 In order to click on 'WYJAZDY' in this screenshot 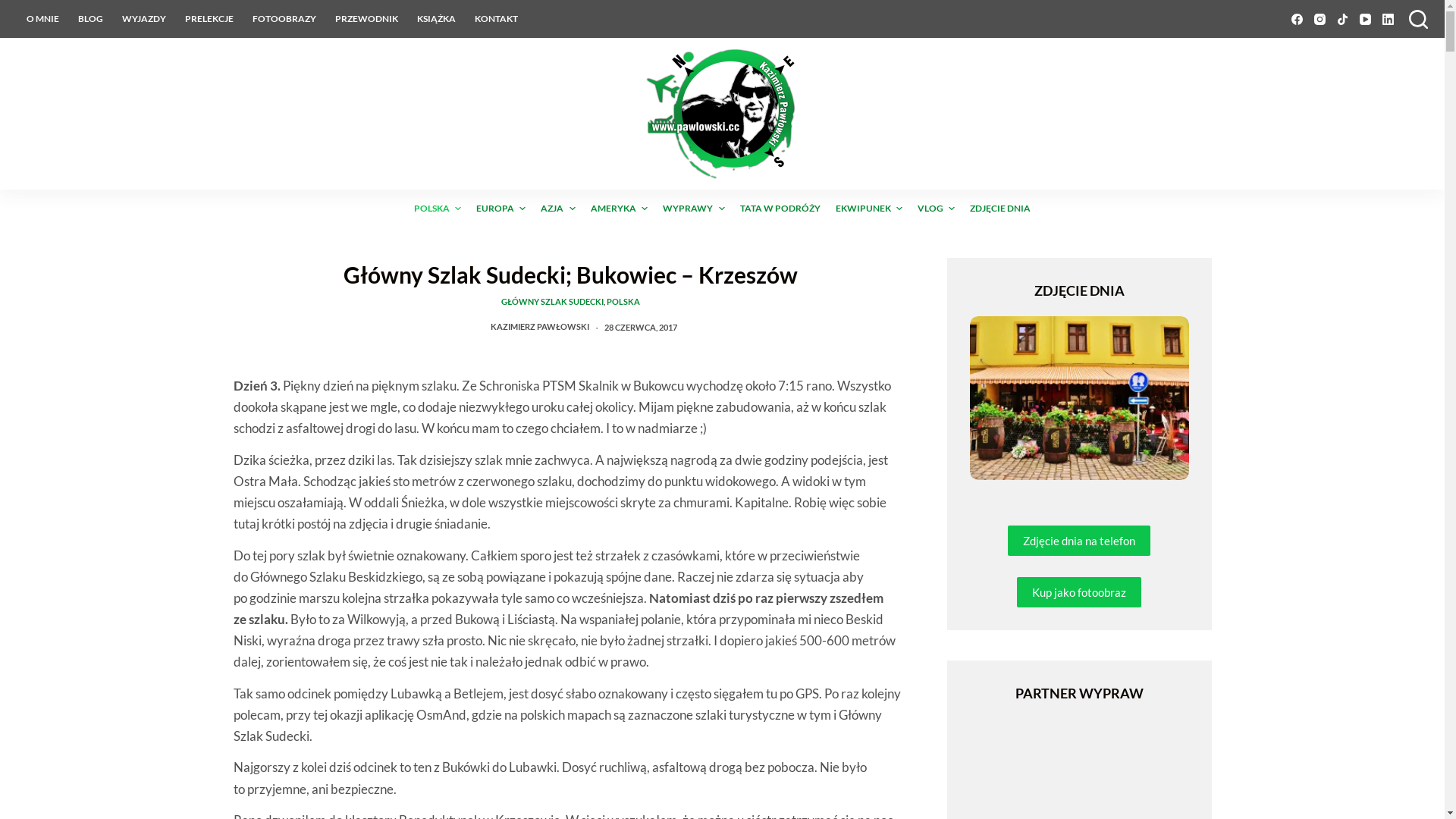, I will do `click(111, 18)`.